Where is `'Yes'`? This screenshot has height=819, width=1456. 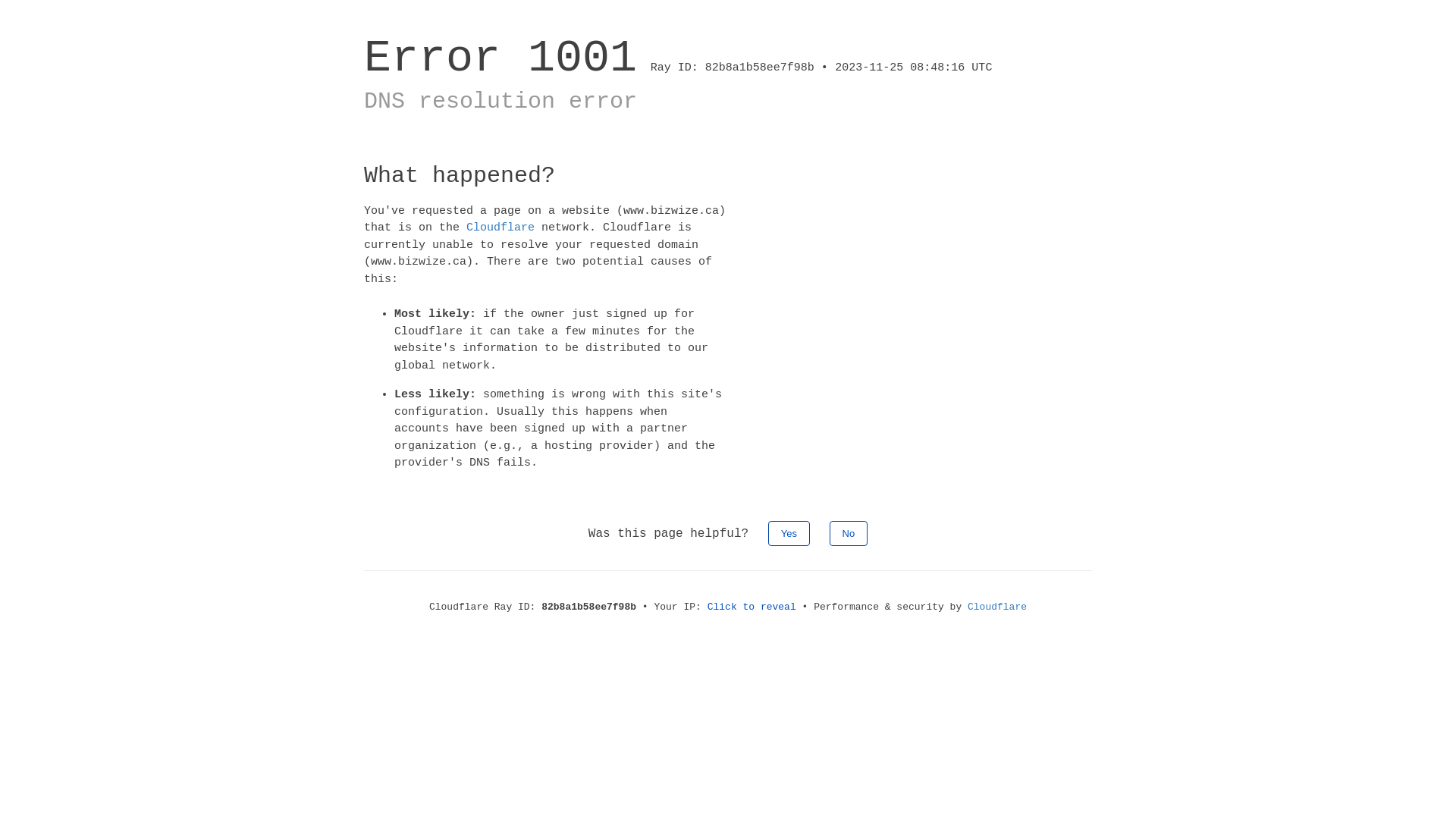
'Yes' is located at coordinates (789, 532).